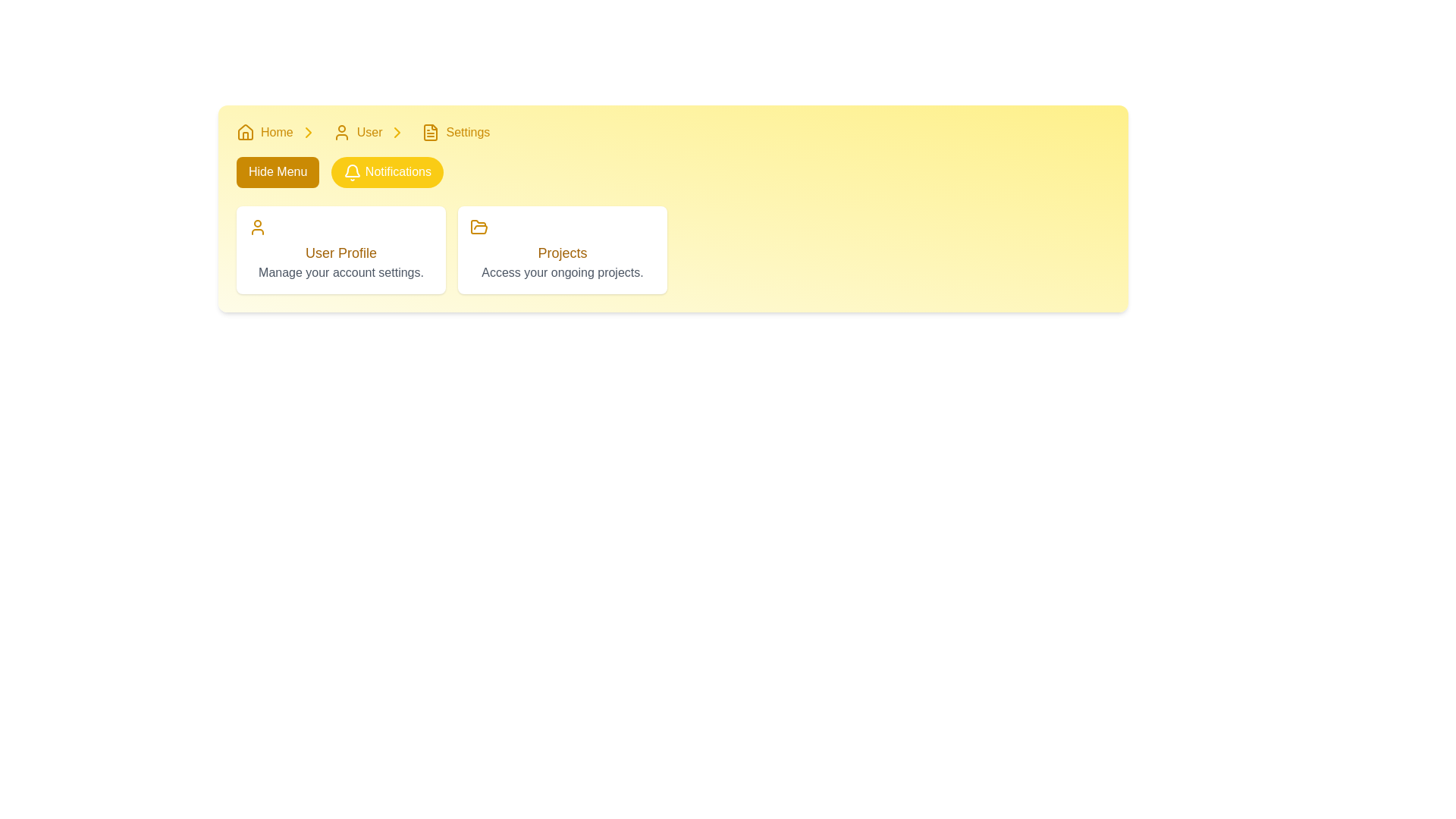  I want to click on the small yellow house icon in the navigation bar, so click(246, 130).